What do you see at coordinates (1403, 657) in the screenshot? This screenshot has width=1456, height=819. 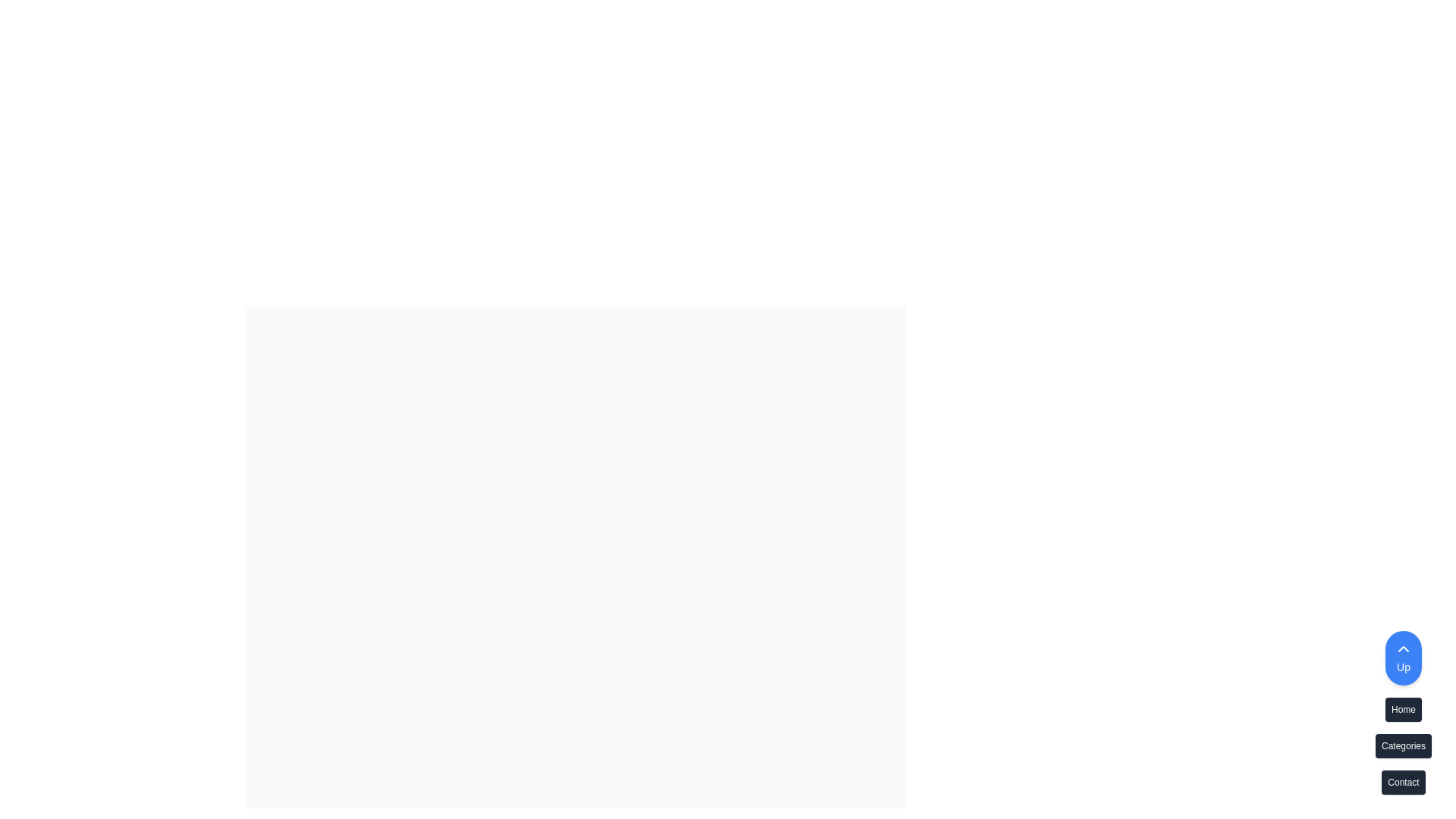 I see `the circular blue button labeled 'Up' with an upward arrow icon` at bounding box center [1403, 657].